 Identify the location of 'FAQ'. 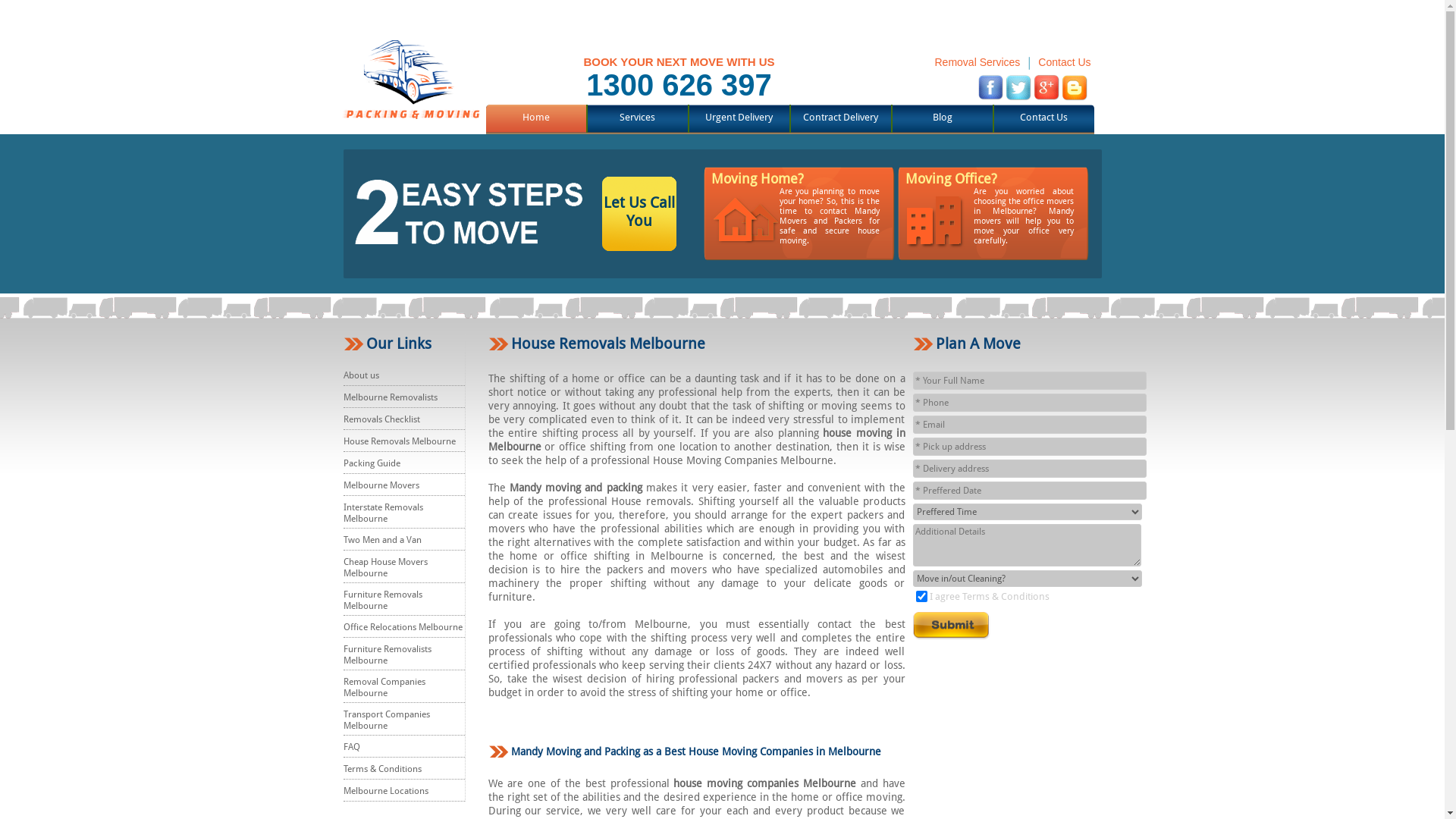
(350, 745).